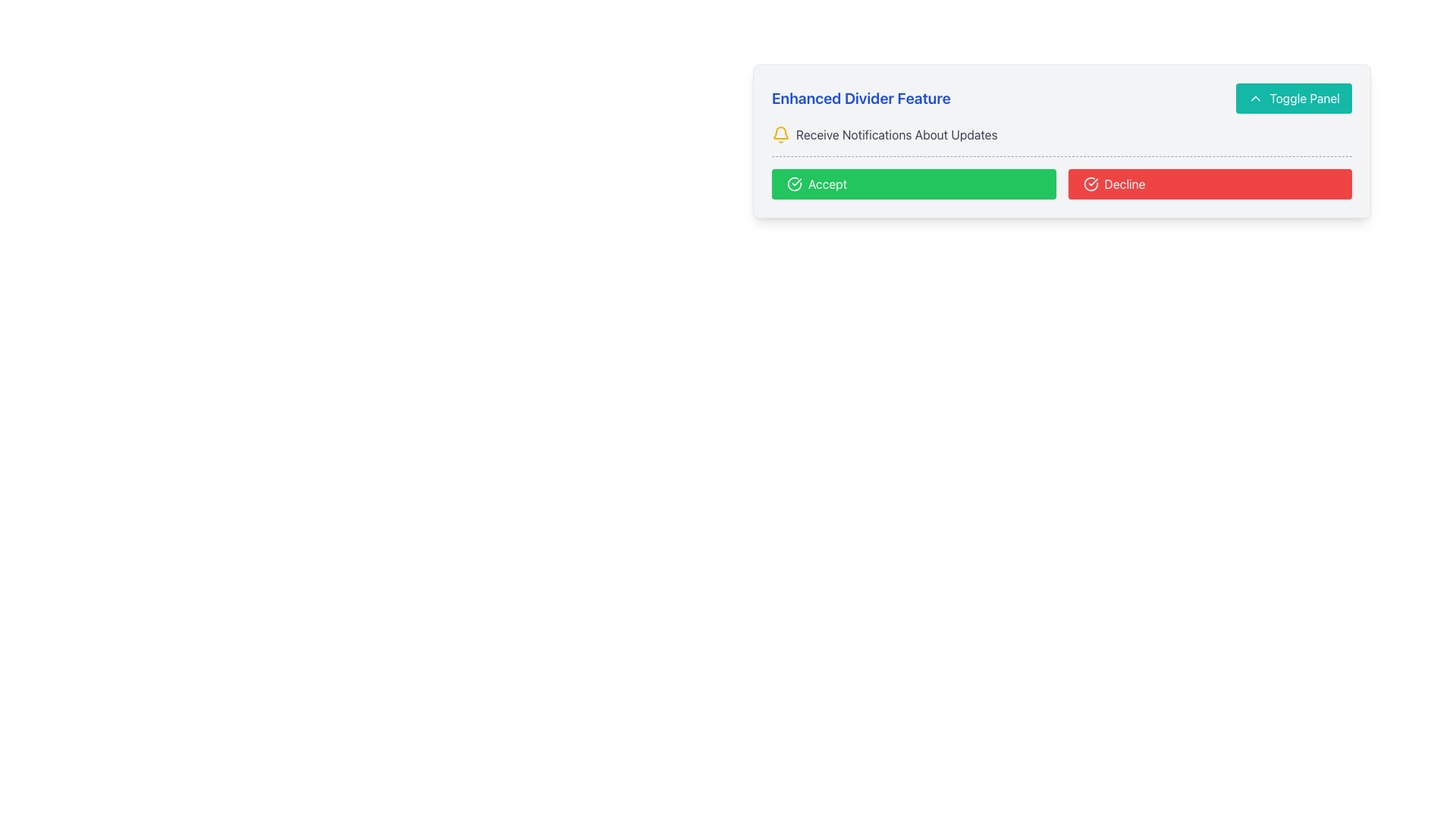  What do you see at coordinates (896, 133) in the screenshot?
I see `text label displaying 'Receive Notifications About Updates' which is positioned below the section title 'Enhanced Divider Feature' and above the buttons 'Accept' and 'Decline'` at bounding box center [896, 133].